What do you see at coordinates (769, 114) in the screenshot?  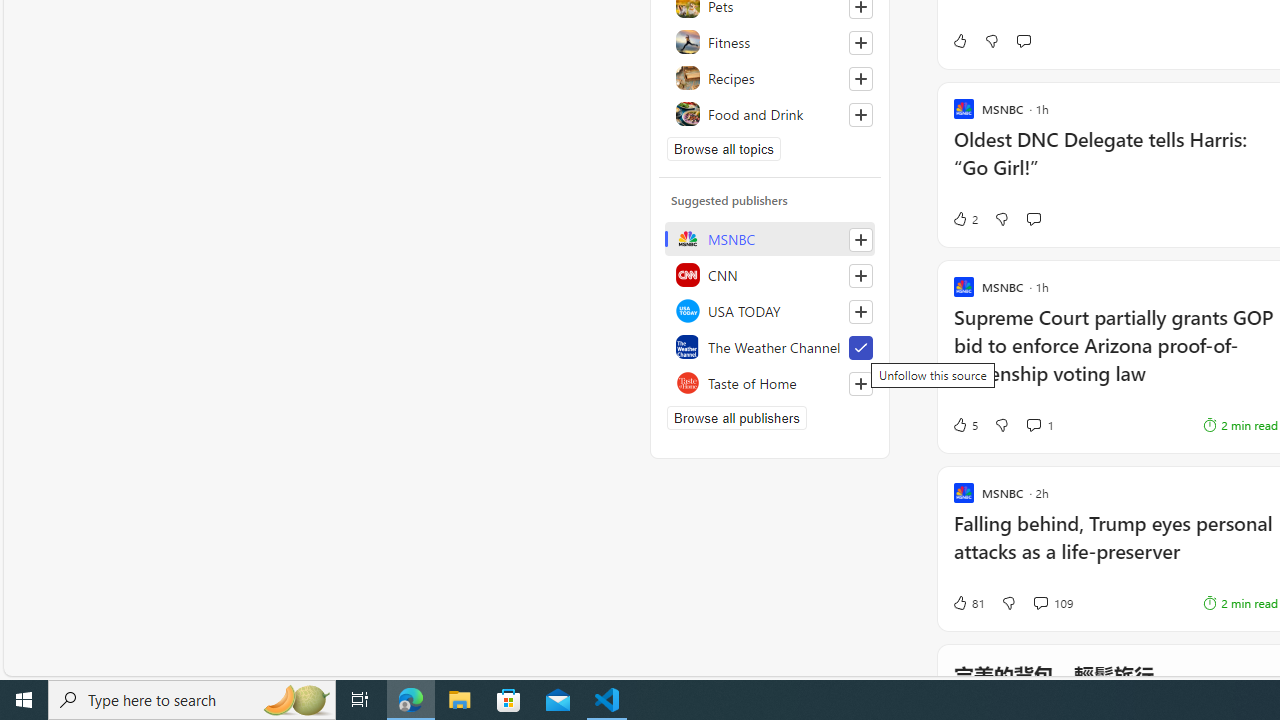 I see `'Food and Drink'` at bounding box center [769, 114].